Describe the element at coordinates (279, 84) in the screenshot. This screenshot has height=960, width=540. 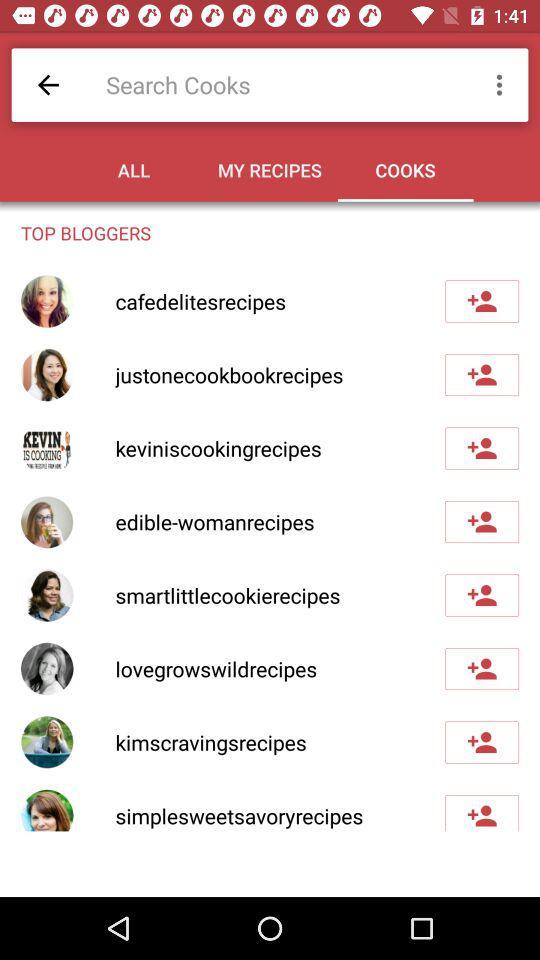
I see `icon above all item` at that location.